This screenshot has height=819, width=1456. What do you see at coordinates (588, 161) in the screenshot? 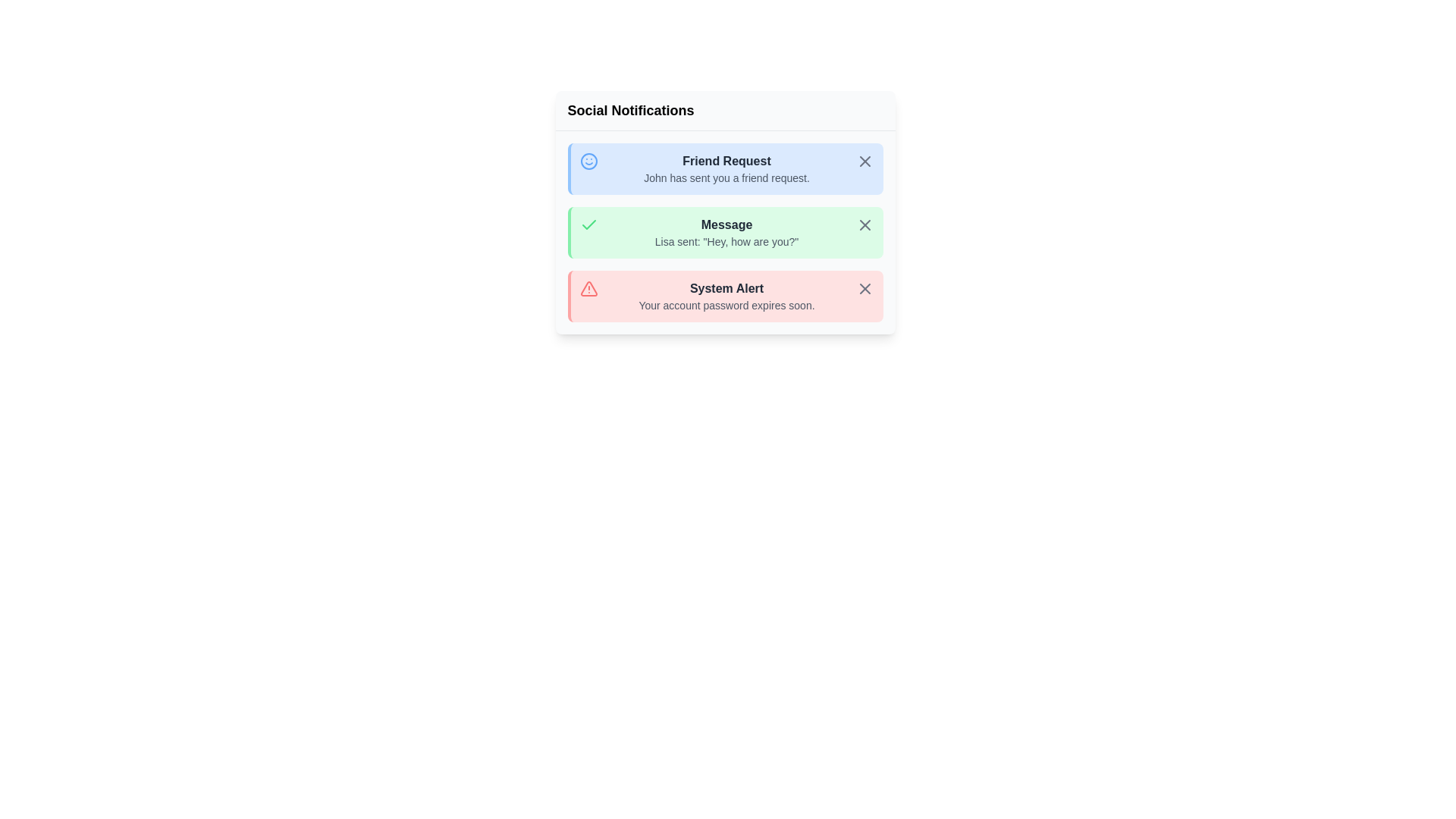
I see `the Decorative Icon located in the top-left corner of the first notification card, which has a light blue background and is adjacent to the text 'Friend Request' and 'John has sent you a friend request.'` at bounding box center [588, 161].